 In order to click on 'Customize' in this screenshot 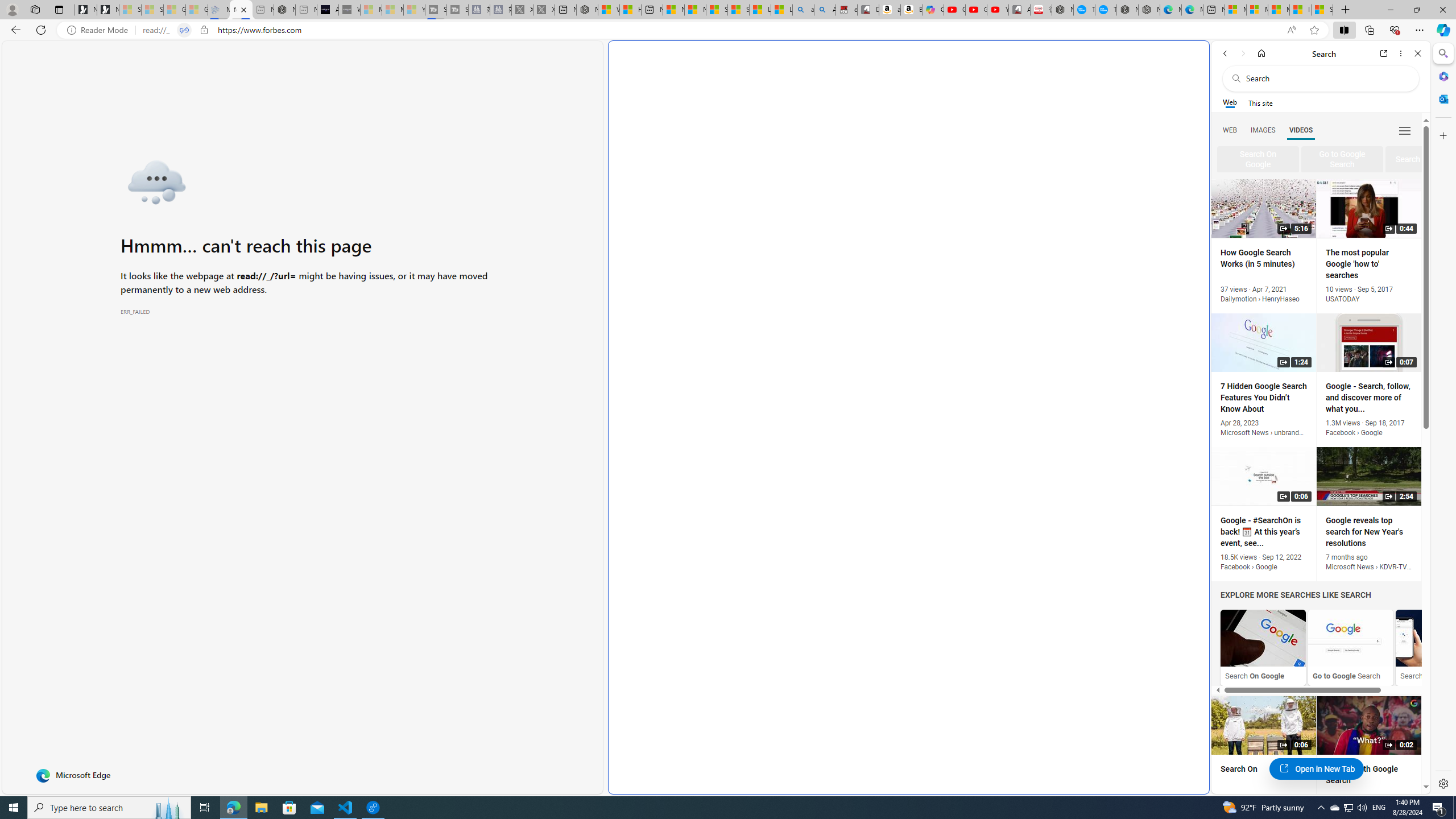, I will do `click(1442, 135)`.